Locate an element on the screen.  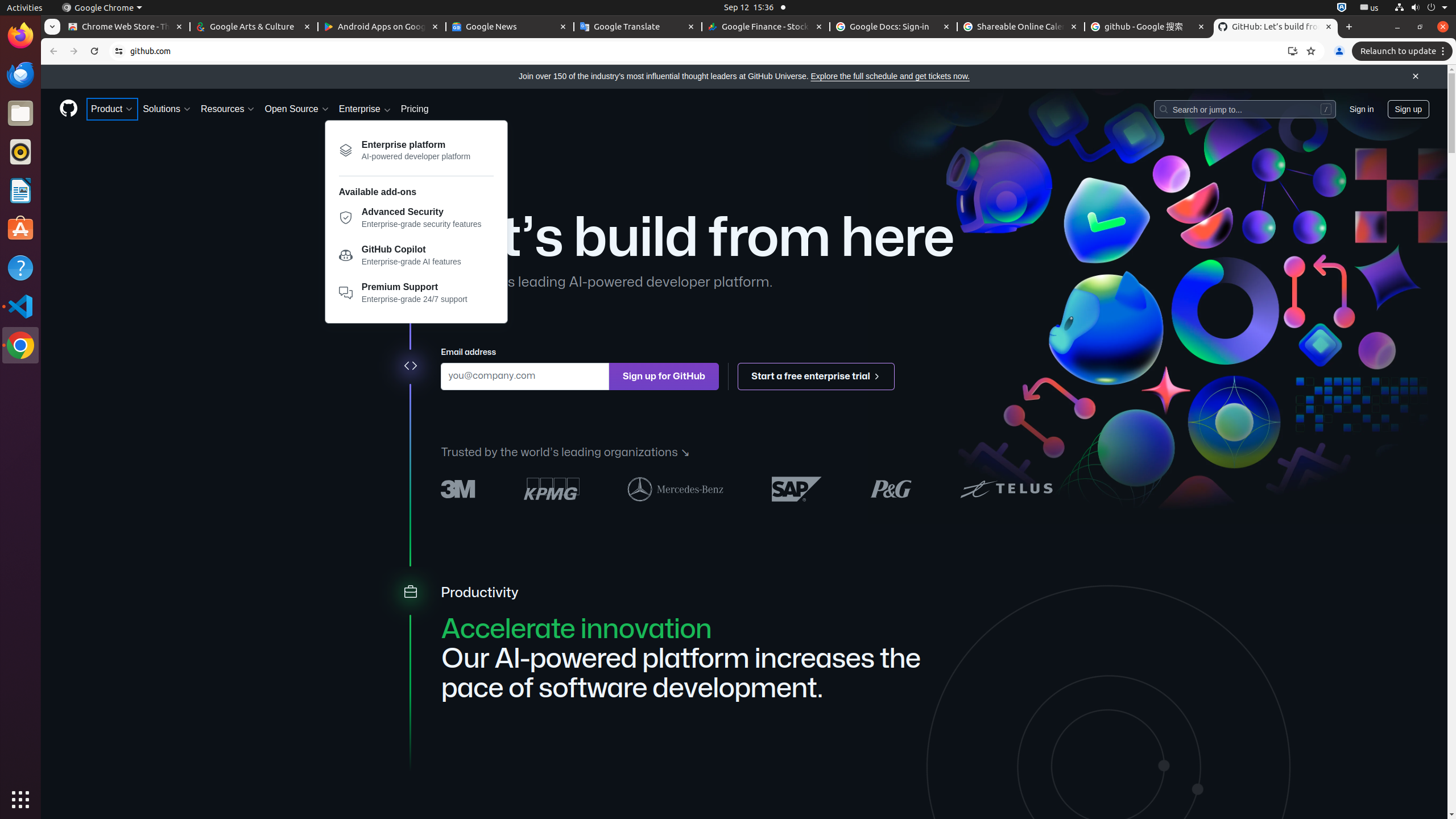
'Google Arts & Culture - Memory usage - 60.0 MB' is located at coordinates (253, 26).